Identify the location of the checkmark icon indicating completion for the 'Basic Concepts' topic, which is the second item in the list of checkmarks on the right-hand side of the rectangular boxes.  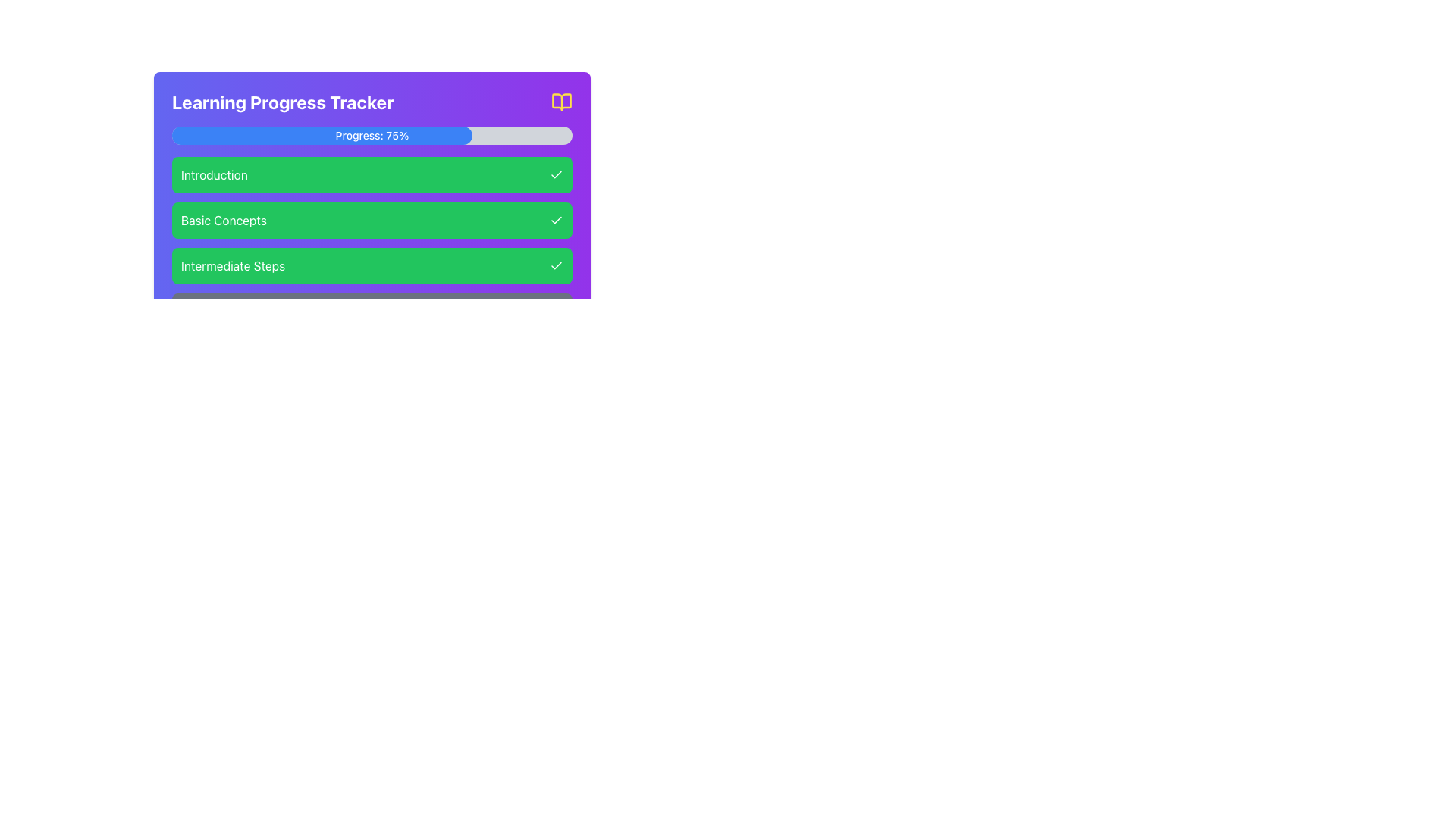
(556, 220).